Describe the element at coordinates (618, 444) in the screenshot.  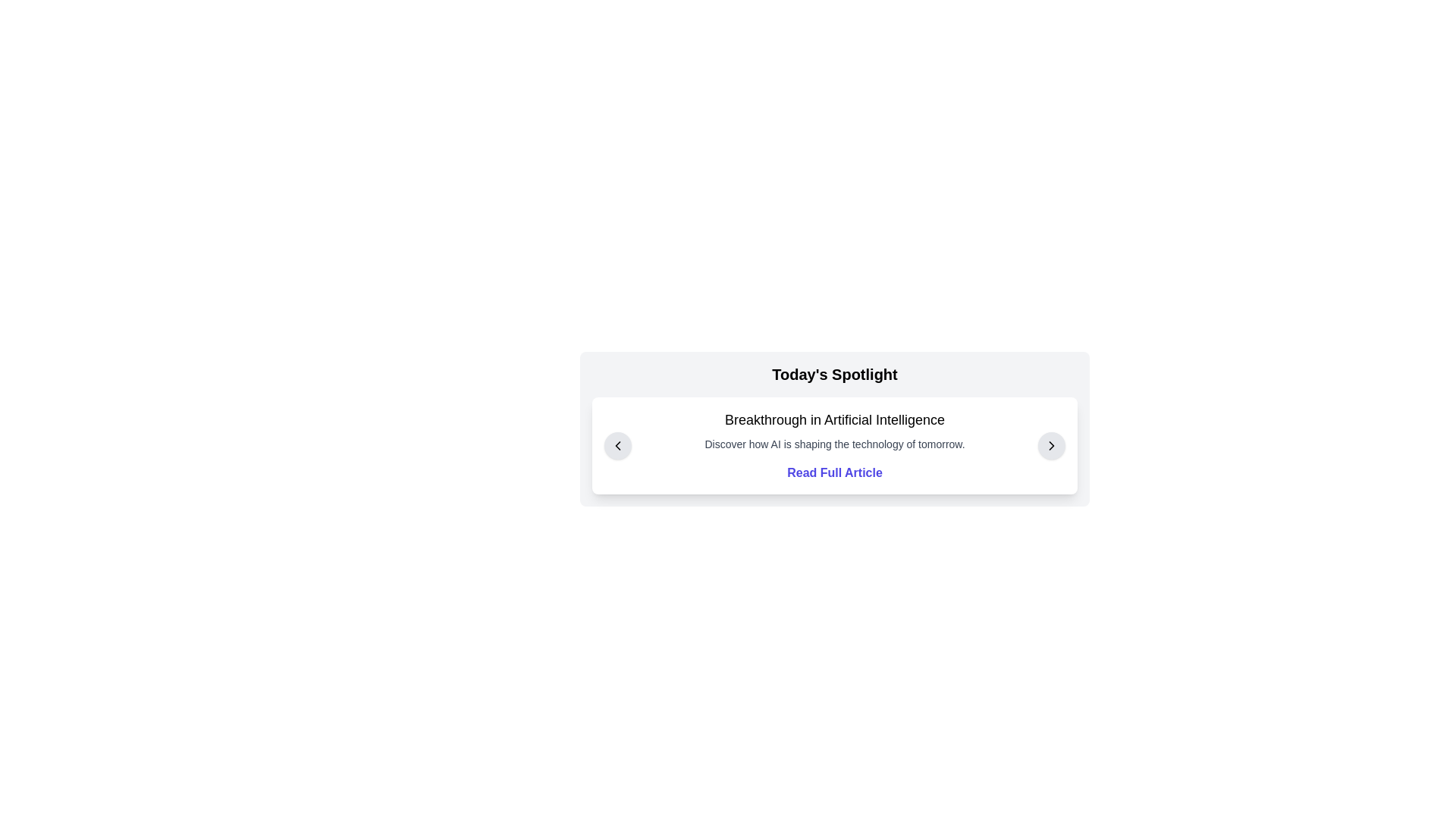
I see `the 'Chevron Left' navigation arrow icon` at that location.